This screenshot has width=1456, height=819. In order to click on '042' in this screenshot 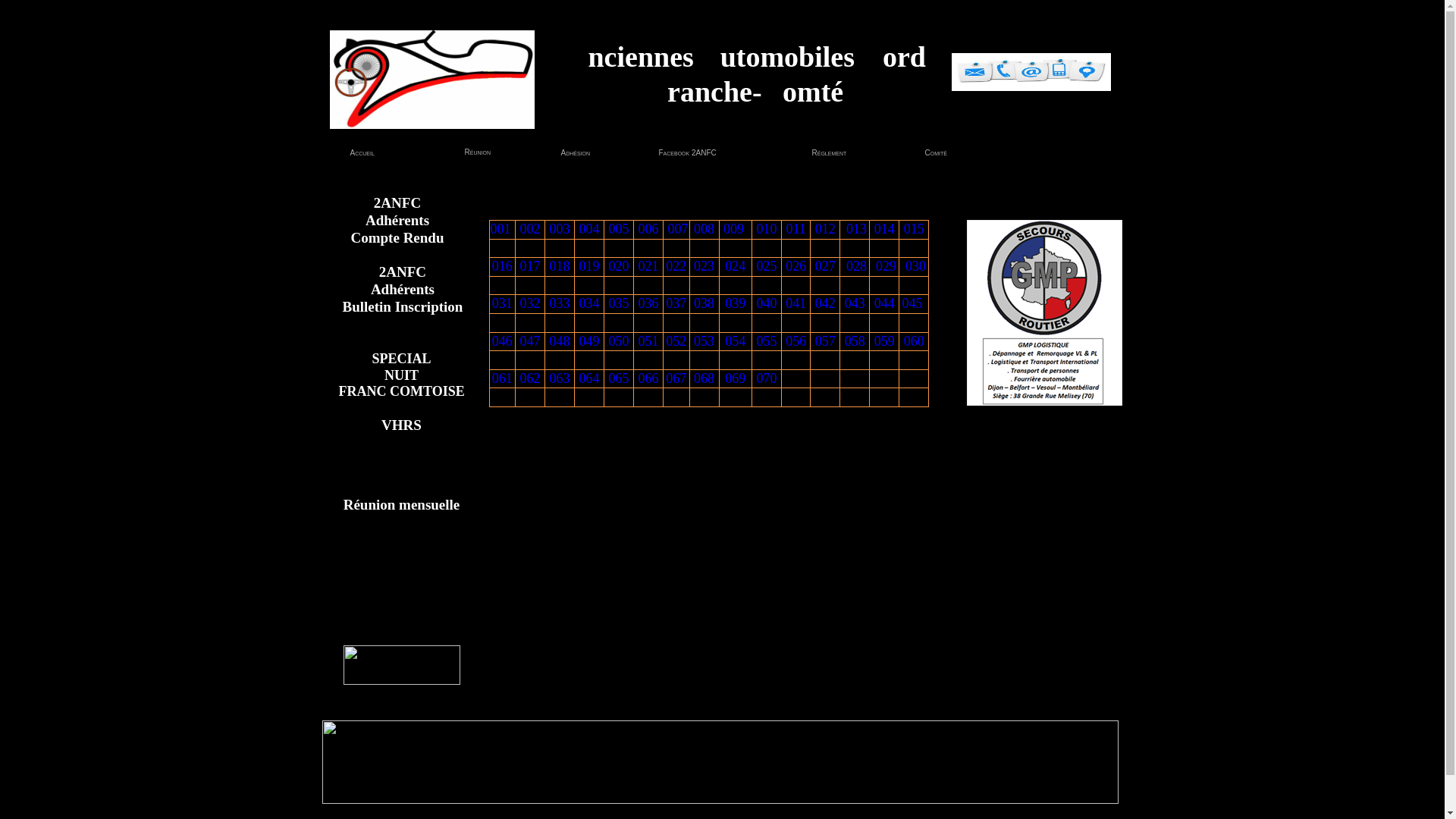, I will do `click(814, 303)`.